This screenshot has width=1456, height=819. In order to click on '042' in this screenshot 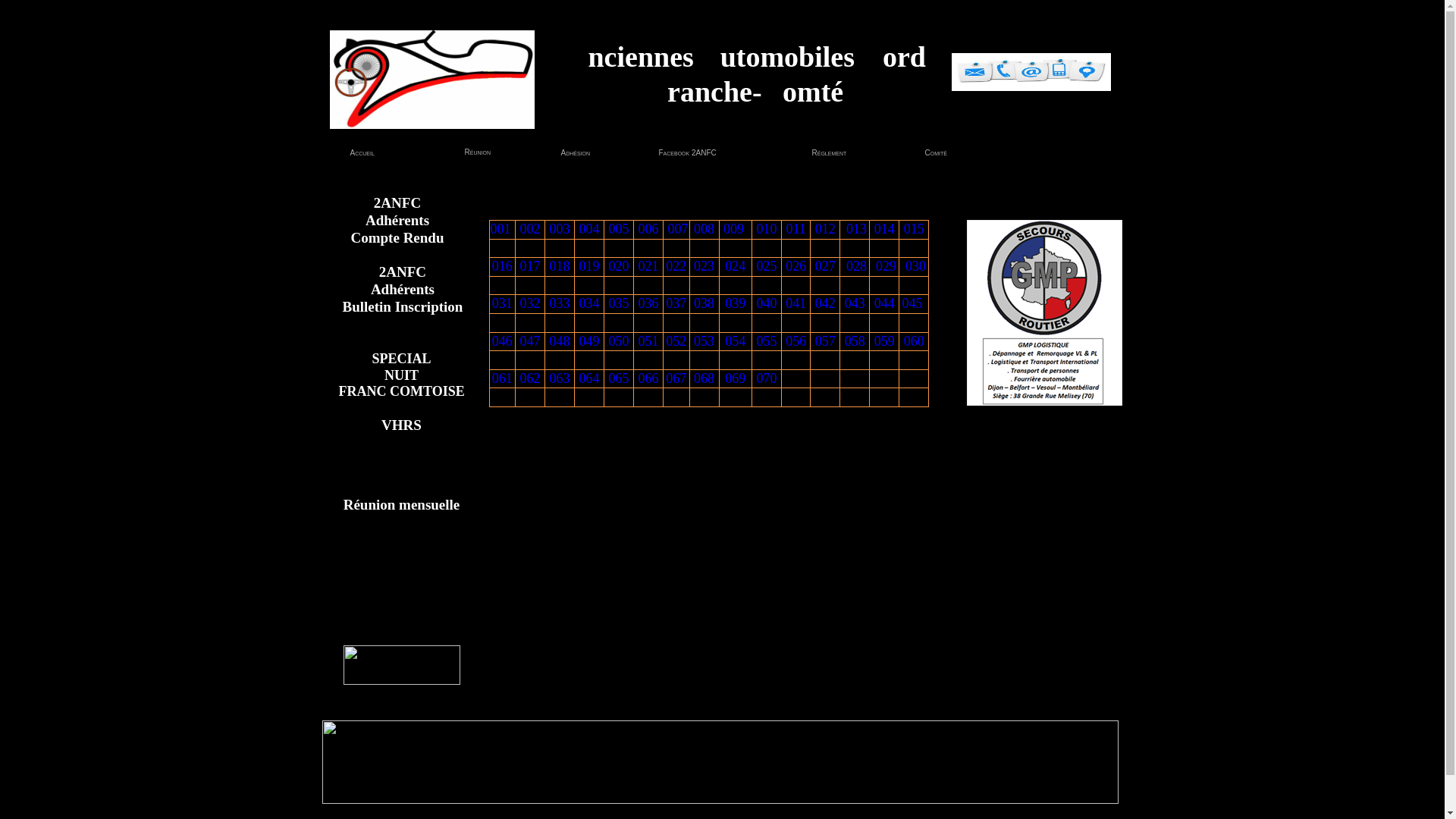, I will do `click(814, 303)`.